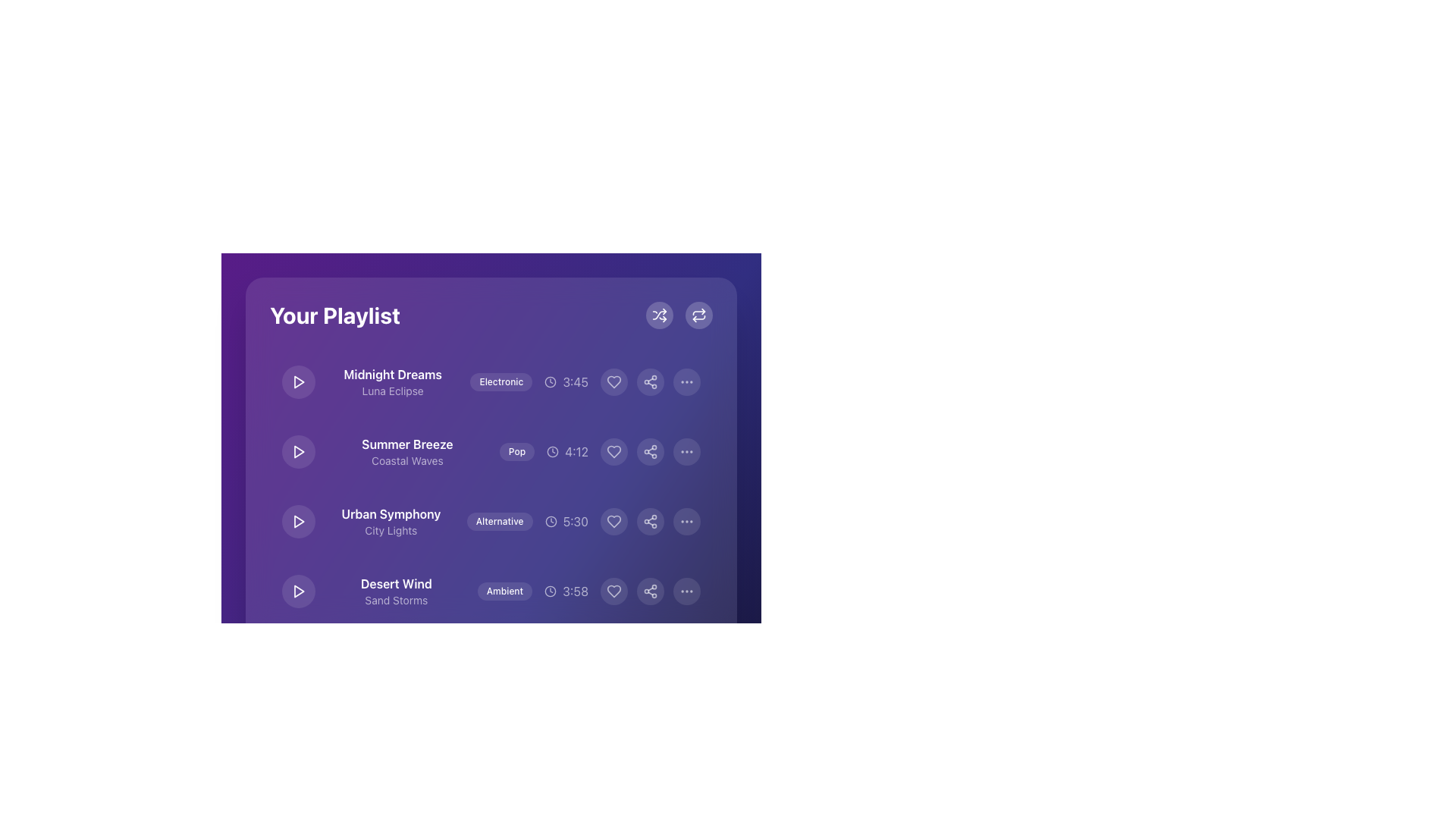 The width and height of the screenshot is (1456, 819). Describe the element at coordinates (686, 520) in the screenshot. I see `the circular button with three horizontal dots, which has a light semi-transparent background and rounded edges` at that location.